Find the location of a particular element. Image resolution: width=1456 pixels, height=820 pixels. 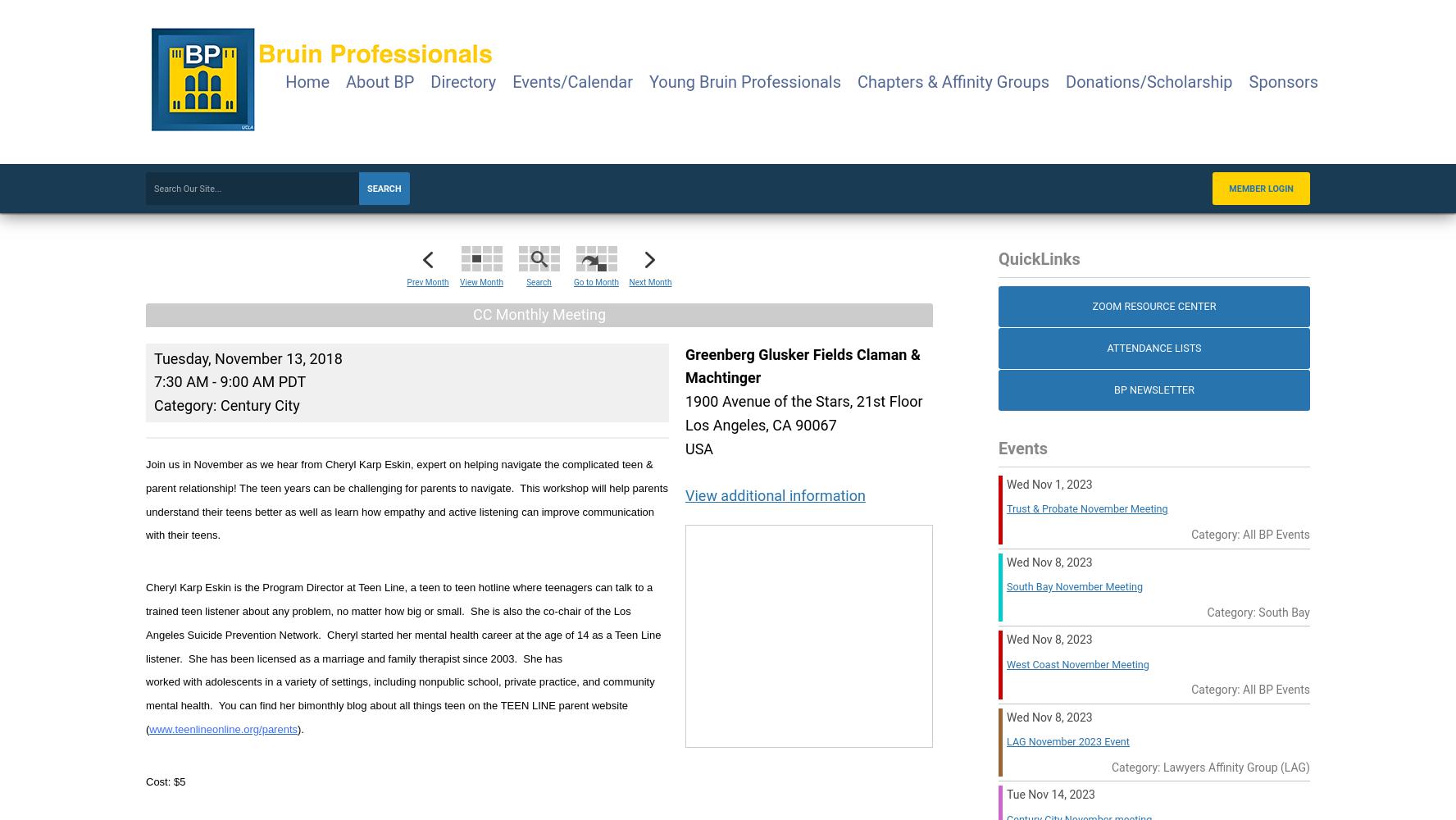

'Category: Lawyers Affinity Group (LAG)' is located at coordinates (1210, 767).